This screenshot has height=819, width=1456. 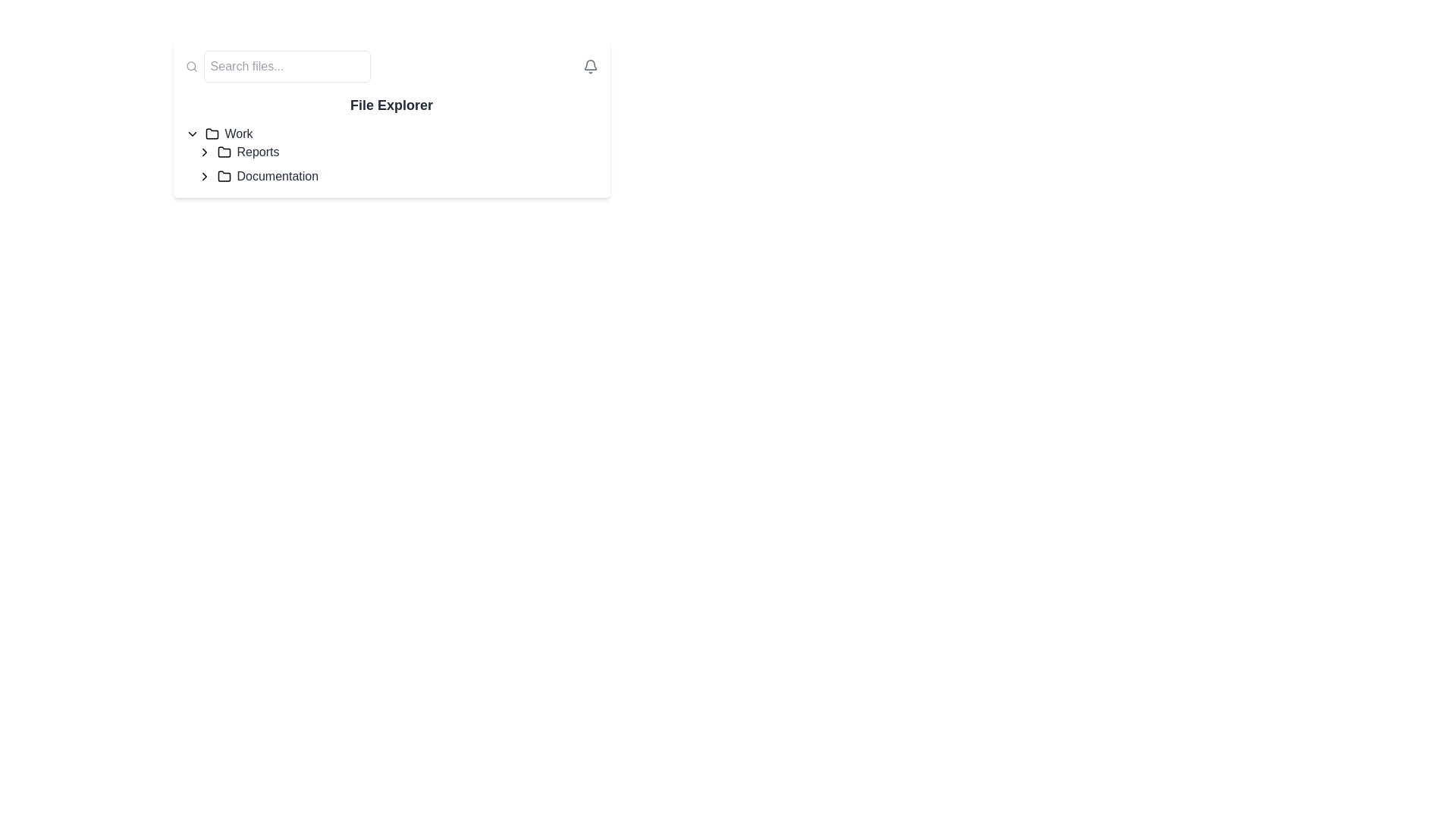 I want to click on the static text label 'Reports' which is styled with a medium-weight font and gray color, located below the 'Work' label and to the right of a folder icon in the 'File Explorer' section, so click(x=258, y=152).